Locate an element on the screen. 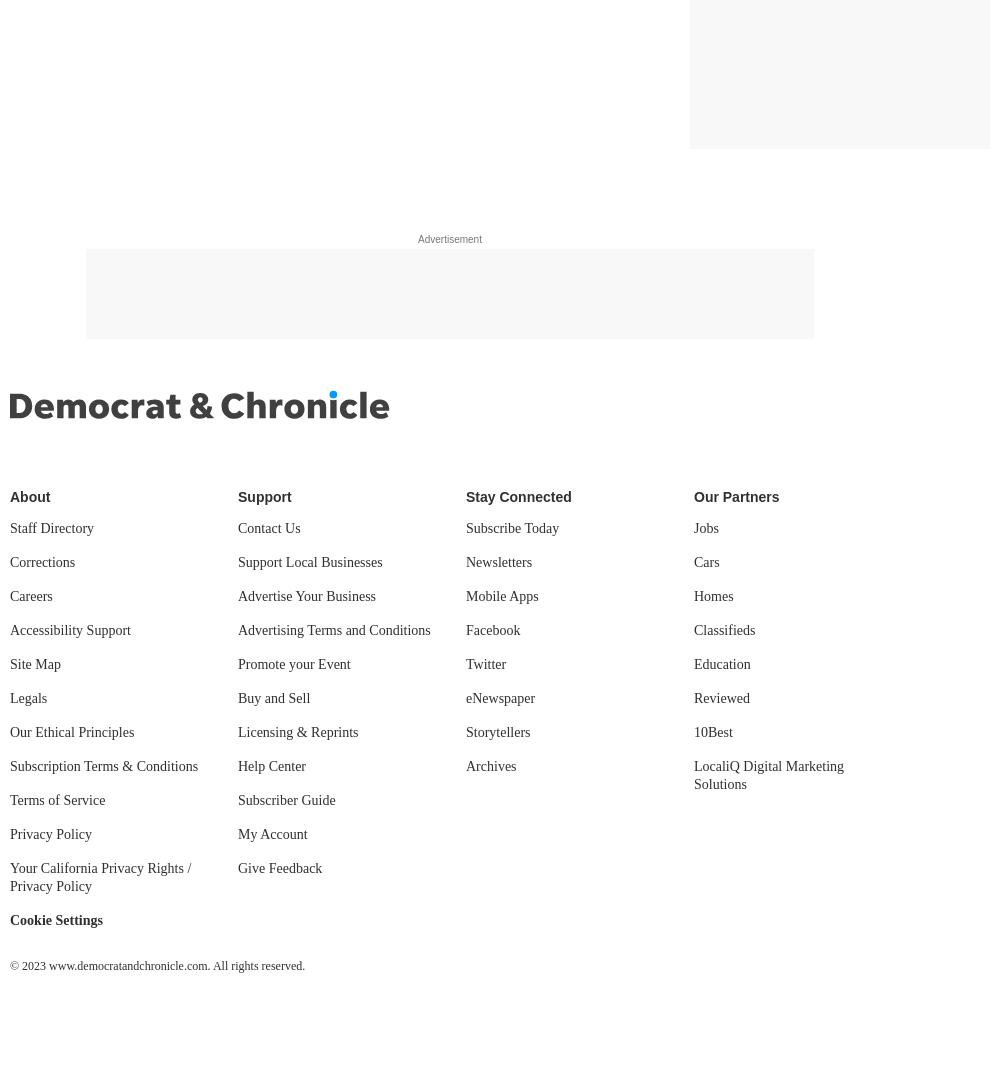 The image size is (1000, 1066). 'Jobs' is located at coordinates (705, 528).